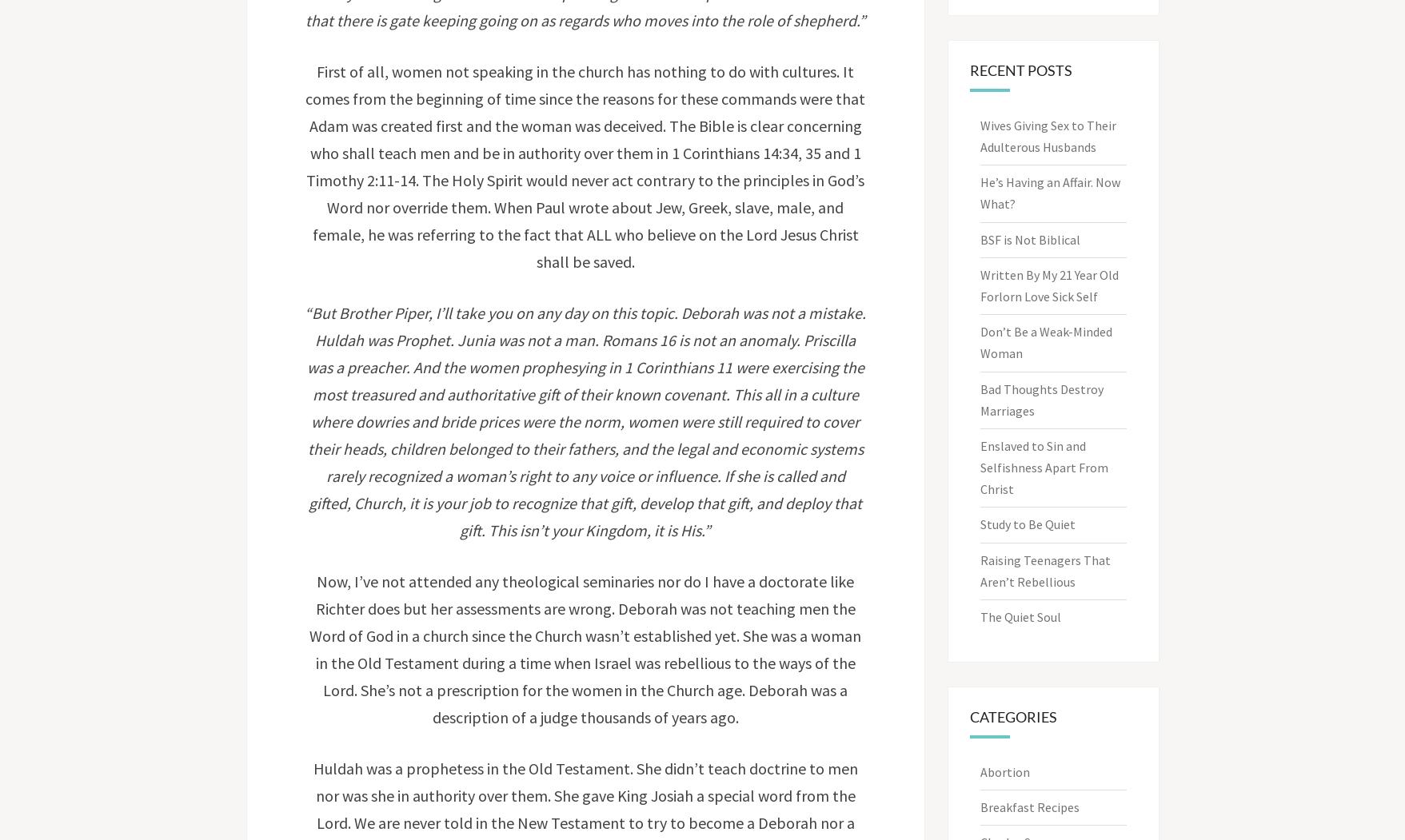  What do you see at coordinates (1030, 807) in the screenshot?
I see `'Breakfast Recipes'` at bounding box center [1030, 807].